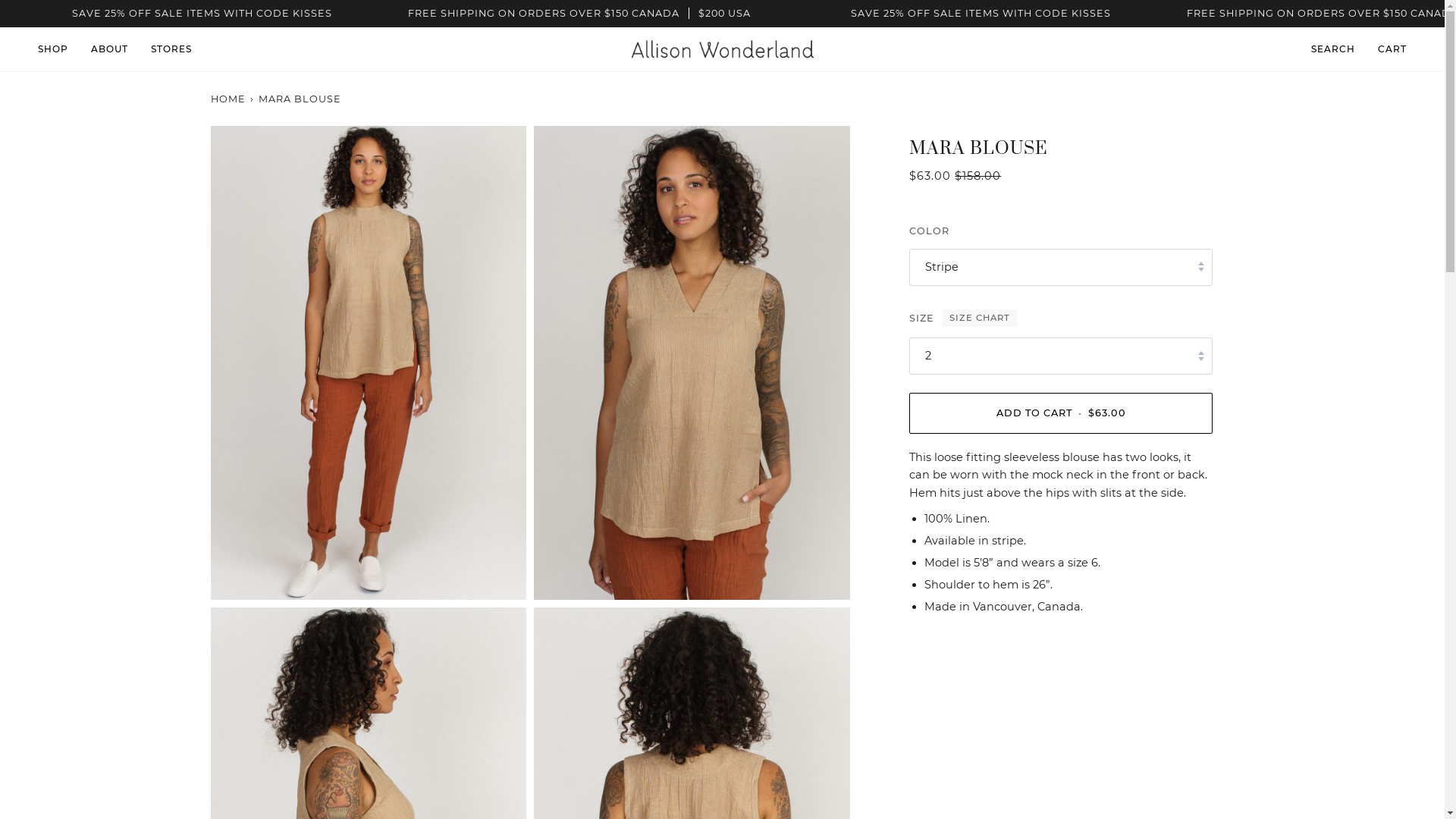 Image resolution: width=1456 pixels, height=819 pixels. Describe the element at coordinates (1059, 266) in the screenshot. I see `'Stripe'` at that location.